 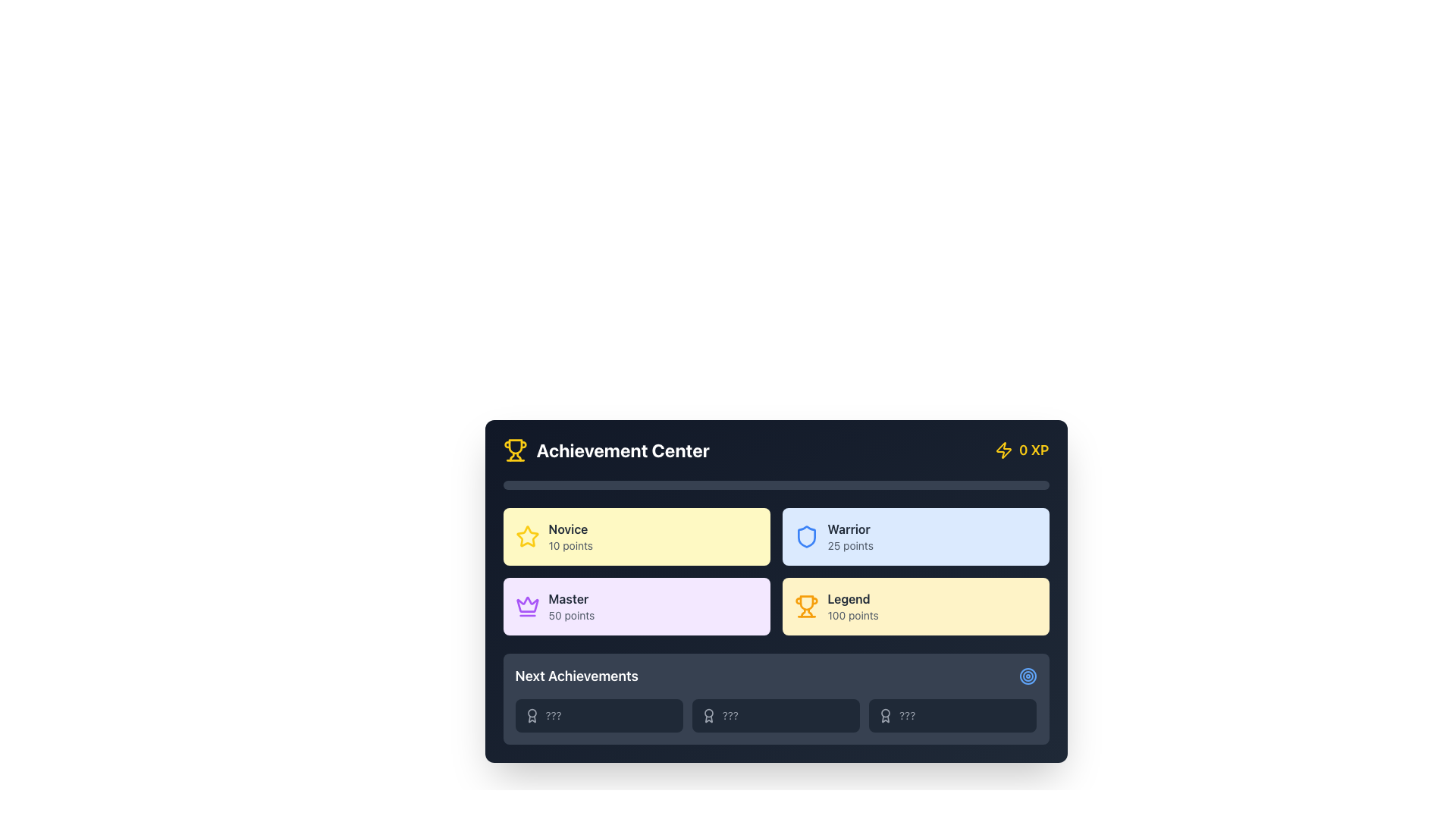 What do you see at coordinates (805, 536) in the screenshot?
I see `the shield icon located in the top-right part of the card labeled 'Warrior 25 points'` at bounding box center [805, 536].